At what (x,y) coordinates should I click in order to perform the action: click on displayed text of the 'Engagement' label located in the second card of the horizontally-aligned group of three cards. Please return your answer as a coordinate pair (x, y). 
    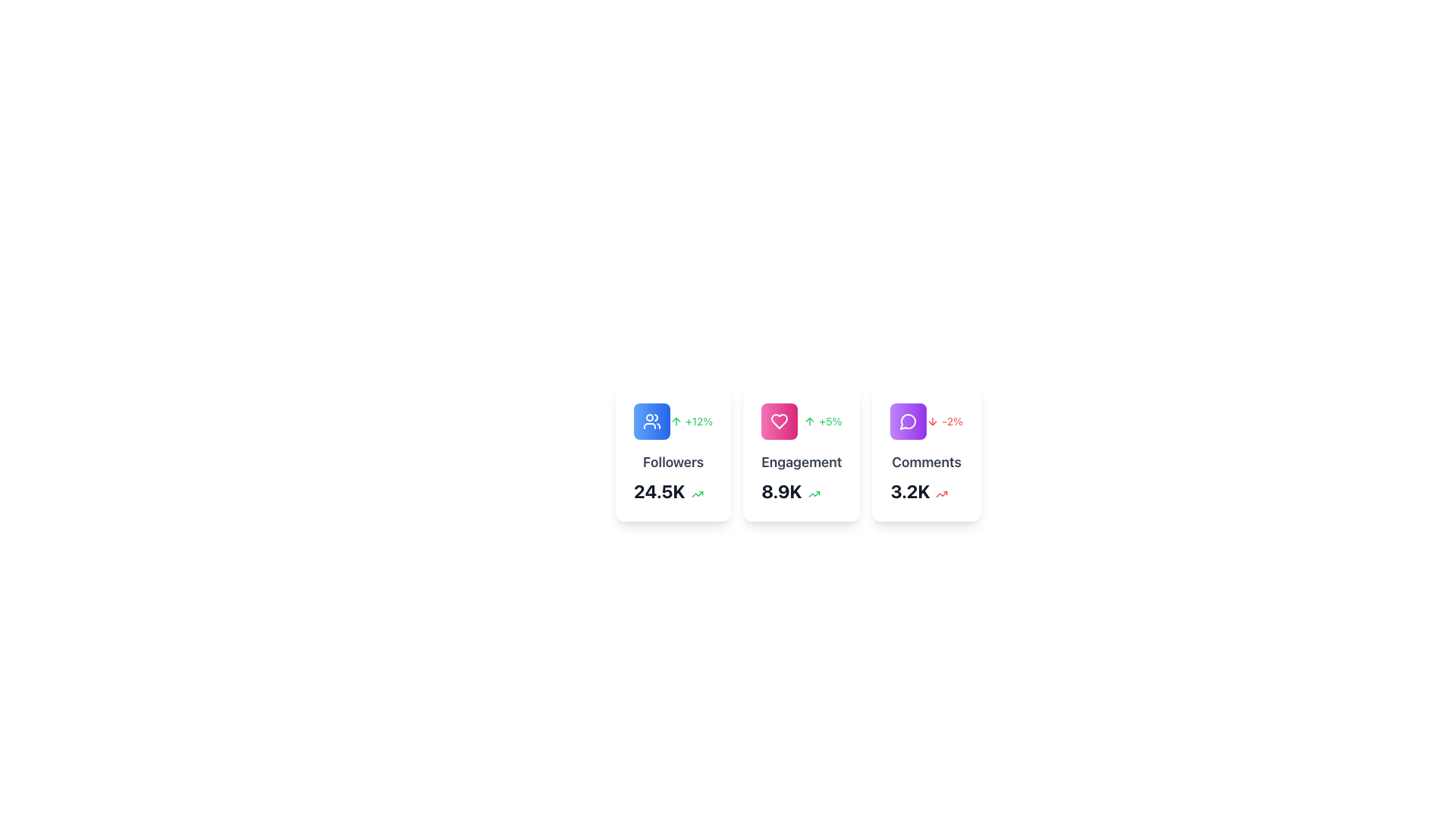
    Looking at the image, I should click on (801, 461).